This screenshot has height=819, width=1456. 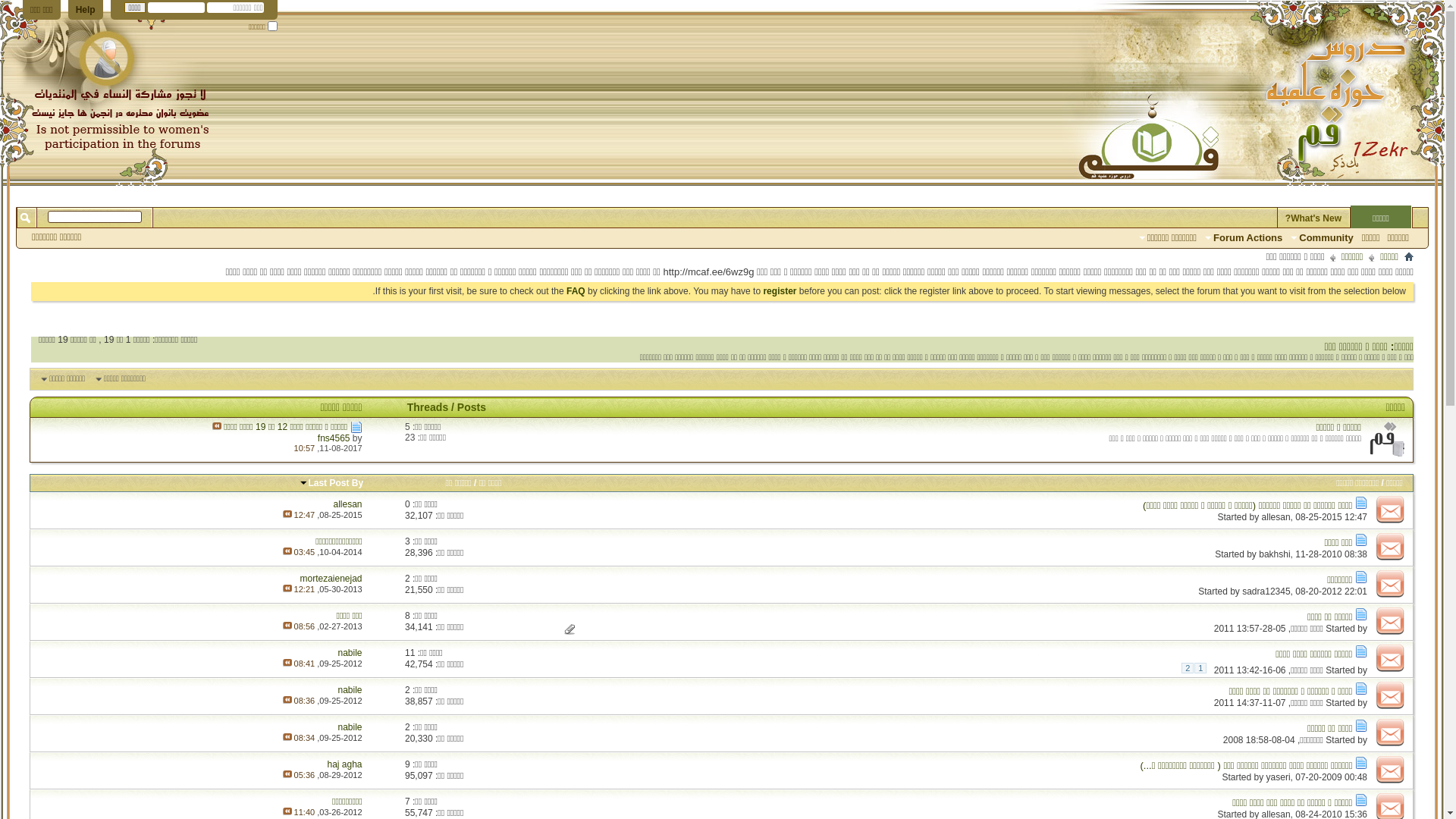 I want to click on '3', so click(x=407, y=540).